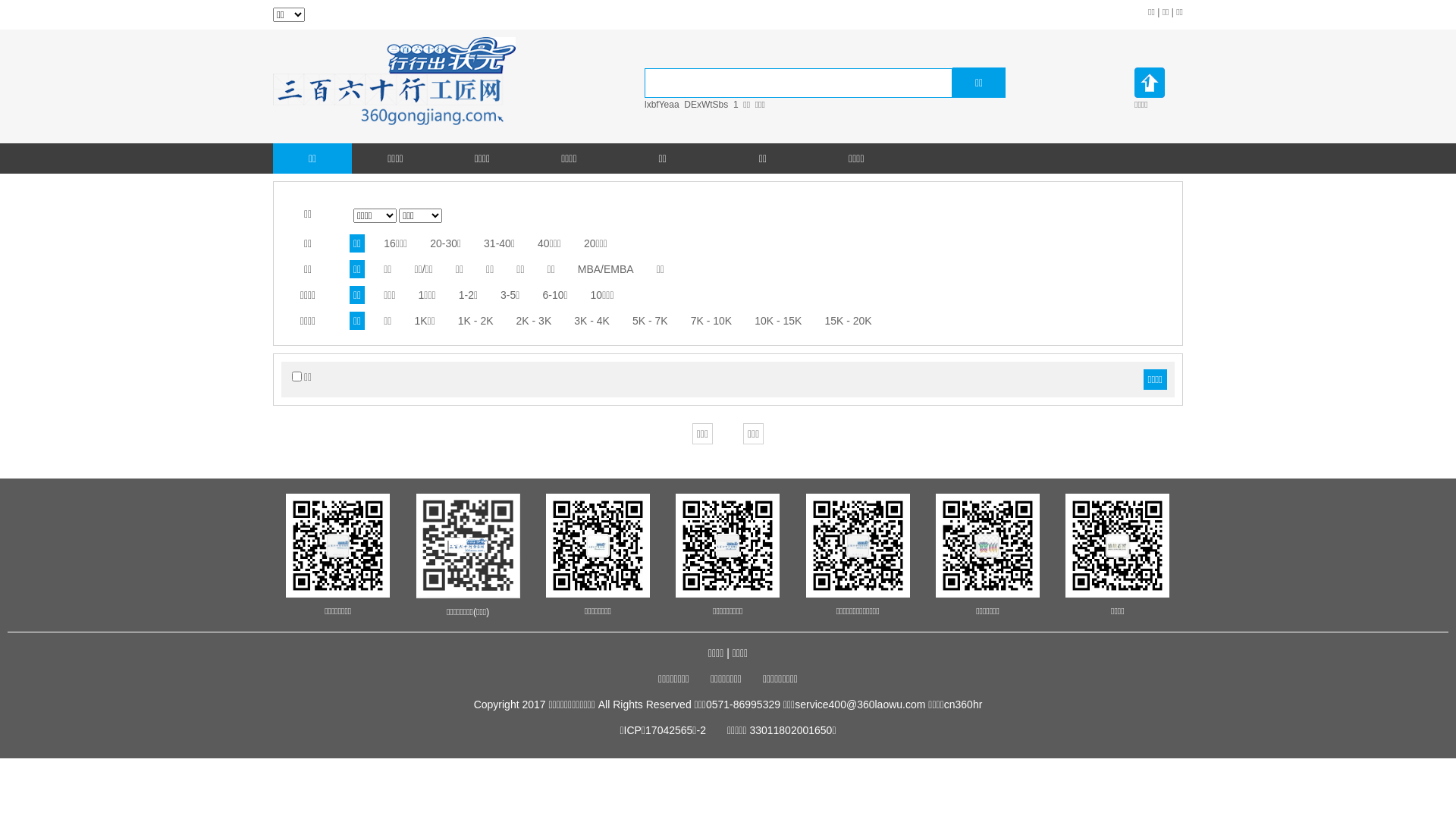  Describe the element at coordinates (475, 320) in the screenshot. I see `'1K - 2K'` at that location.